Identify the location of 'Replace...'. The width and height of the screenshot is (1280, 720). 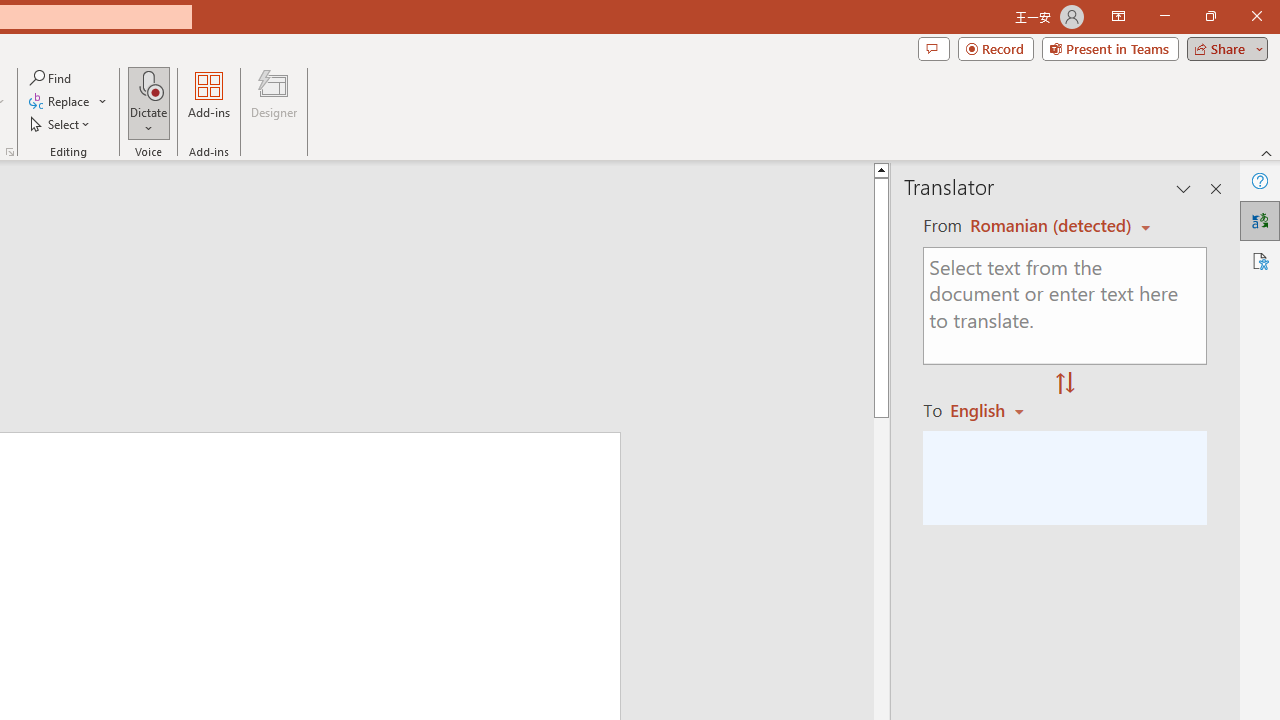
(69, 101).